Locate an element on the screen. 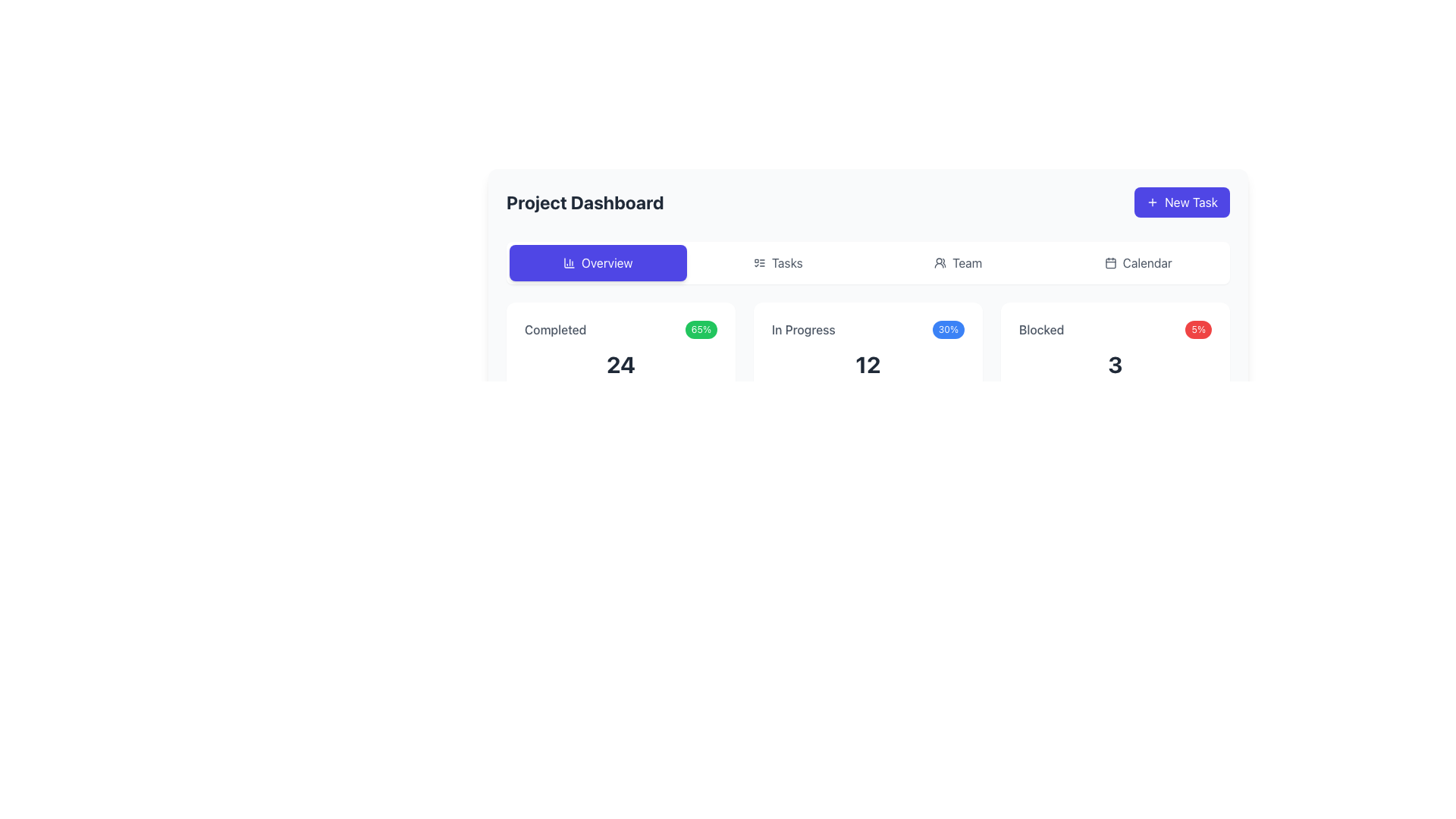 The image size is (1456, 819). SVG column chart icon located within the 'Overview' button, which is centered horizontally to the left of the 'Overview' text, for design purposes is located at coordinates (568, 262).